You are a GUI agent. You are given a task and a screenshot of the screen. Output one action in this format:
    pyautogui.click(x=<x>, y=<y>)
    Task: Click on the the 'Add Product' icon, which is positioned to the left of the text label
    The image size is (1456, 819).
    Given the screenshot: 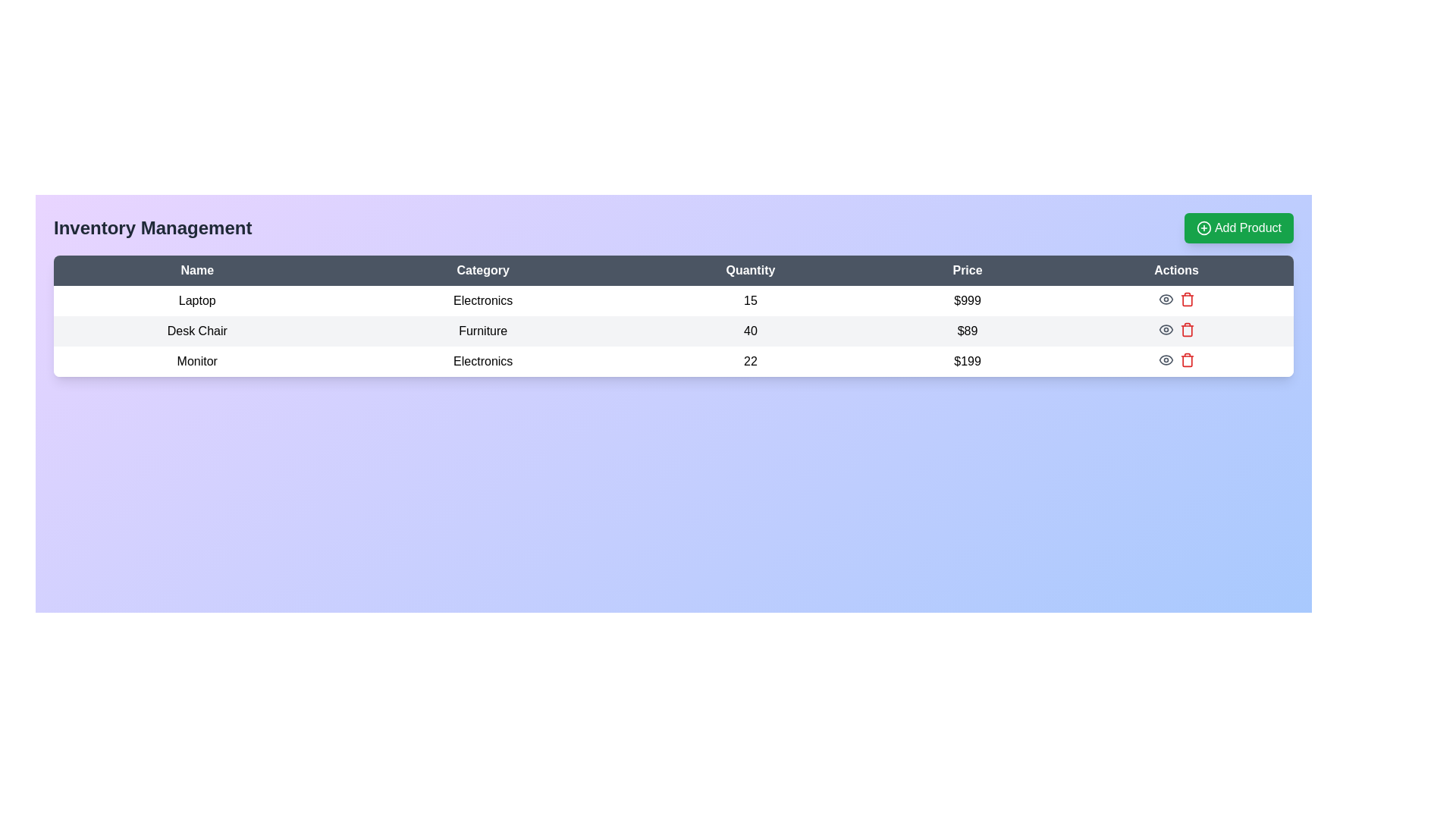 What is the action you would take?
    pyautogui.click(x=1203, y=227)
    